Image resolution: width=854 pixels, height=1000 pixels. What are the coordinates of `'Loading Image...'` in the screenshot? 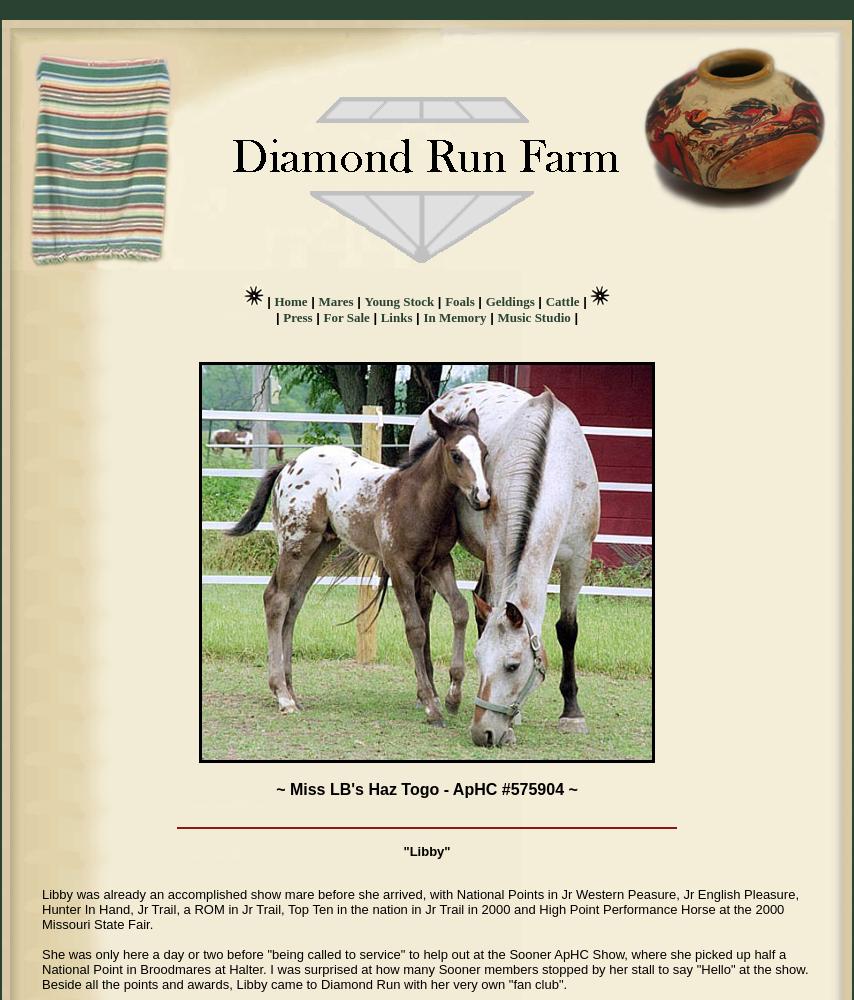 It's located at (77, 16).